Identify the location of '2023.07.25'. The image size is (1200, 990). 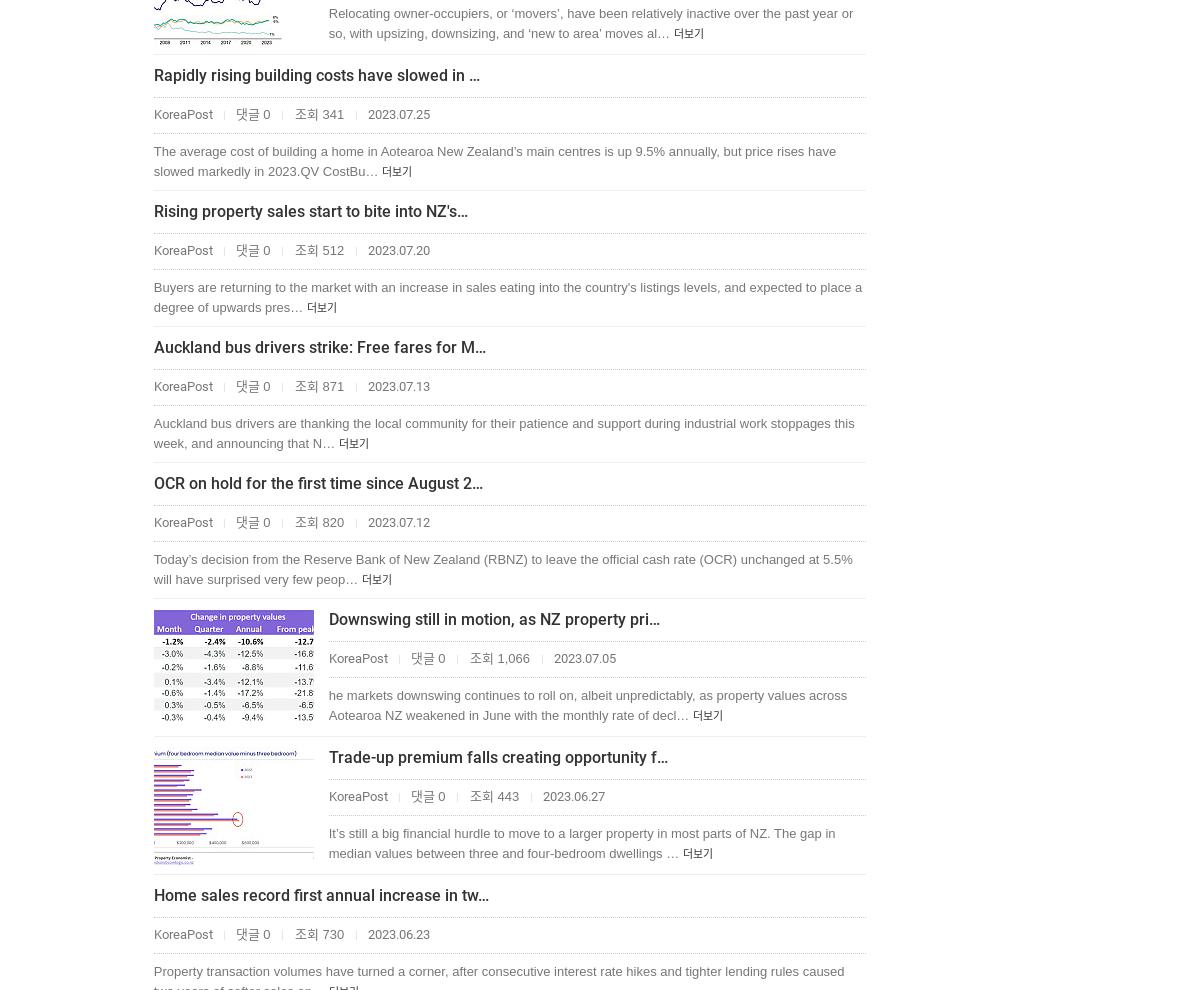
(396, 113).